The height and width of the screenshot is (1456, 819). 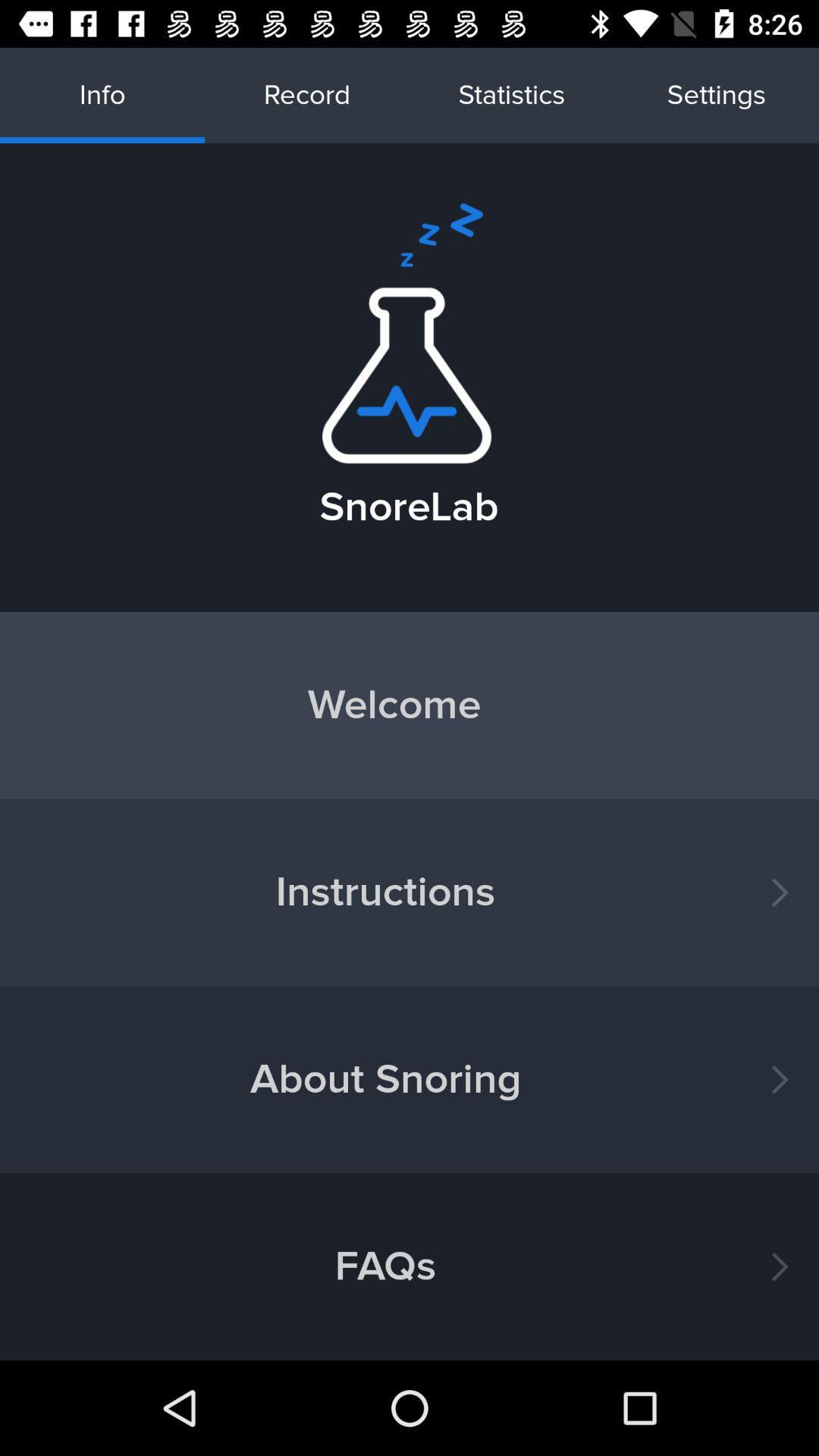 I want to click on the faqs item, so click(x=409, y=1266).